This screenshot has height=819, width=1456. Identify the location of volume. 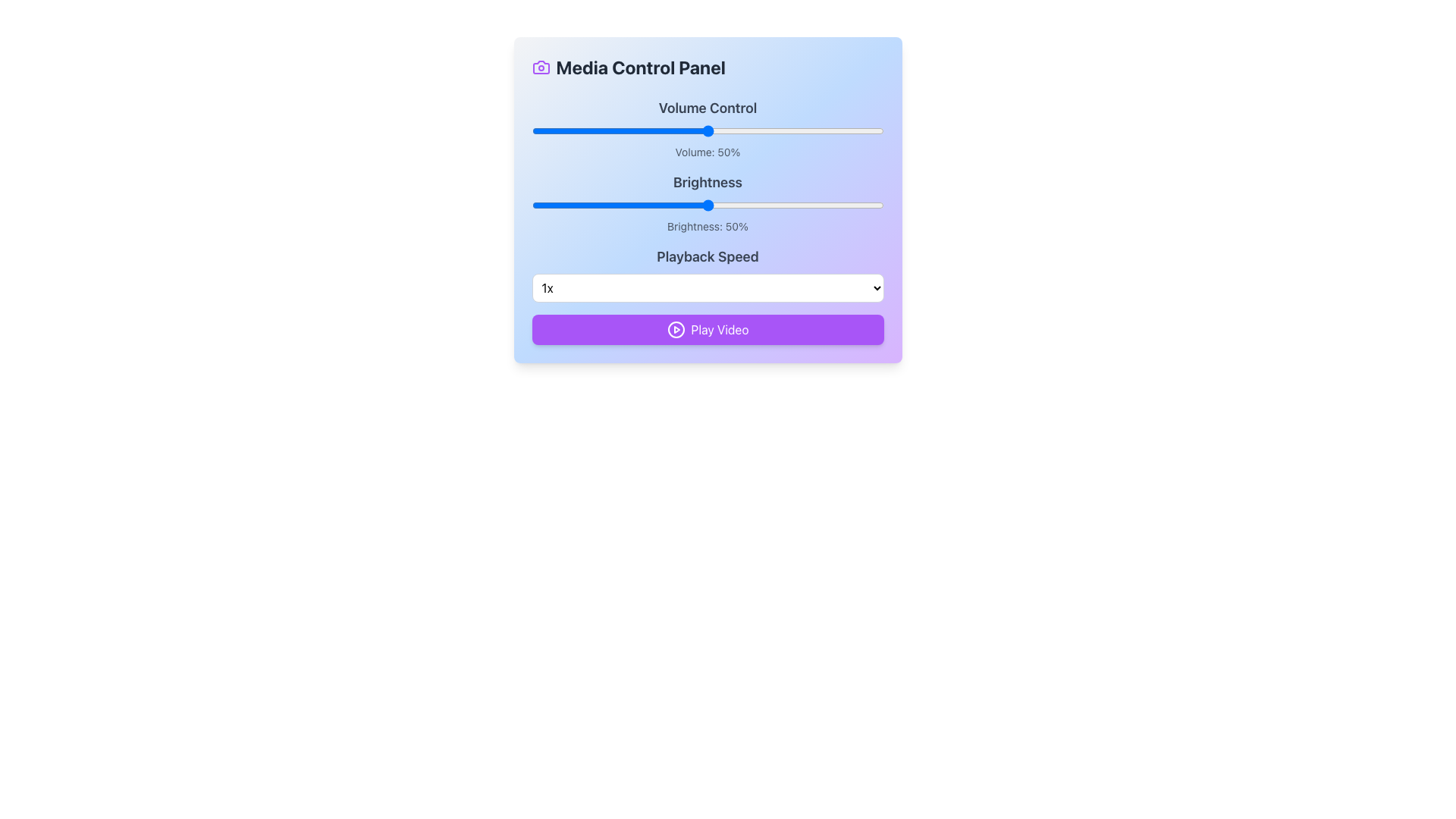
(809, 130).